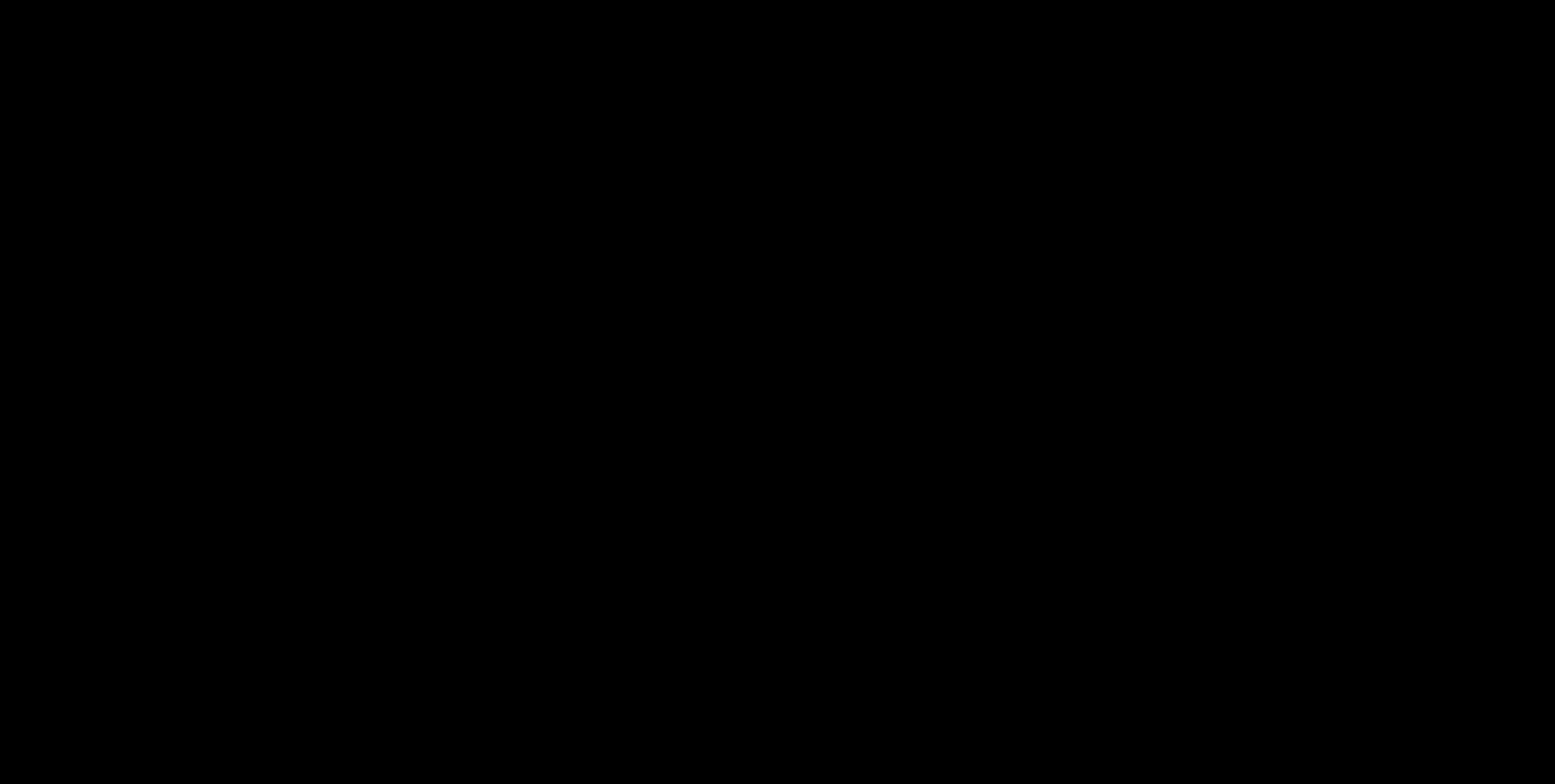  What do you see at coordinates (215, 51) in the screenshot?
I see `'Portfolio'` at bounding box center [215, 51].